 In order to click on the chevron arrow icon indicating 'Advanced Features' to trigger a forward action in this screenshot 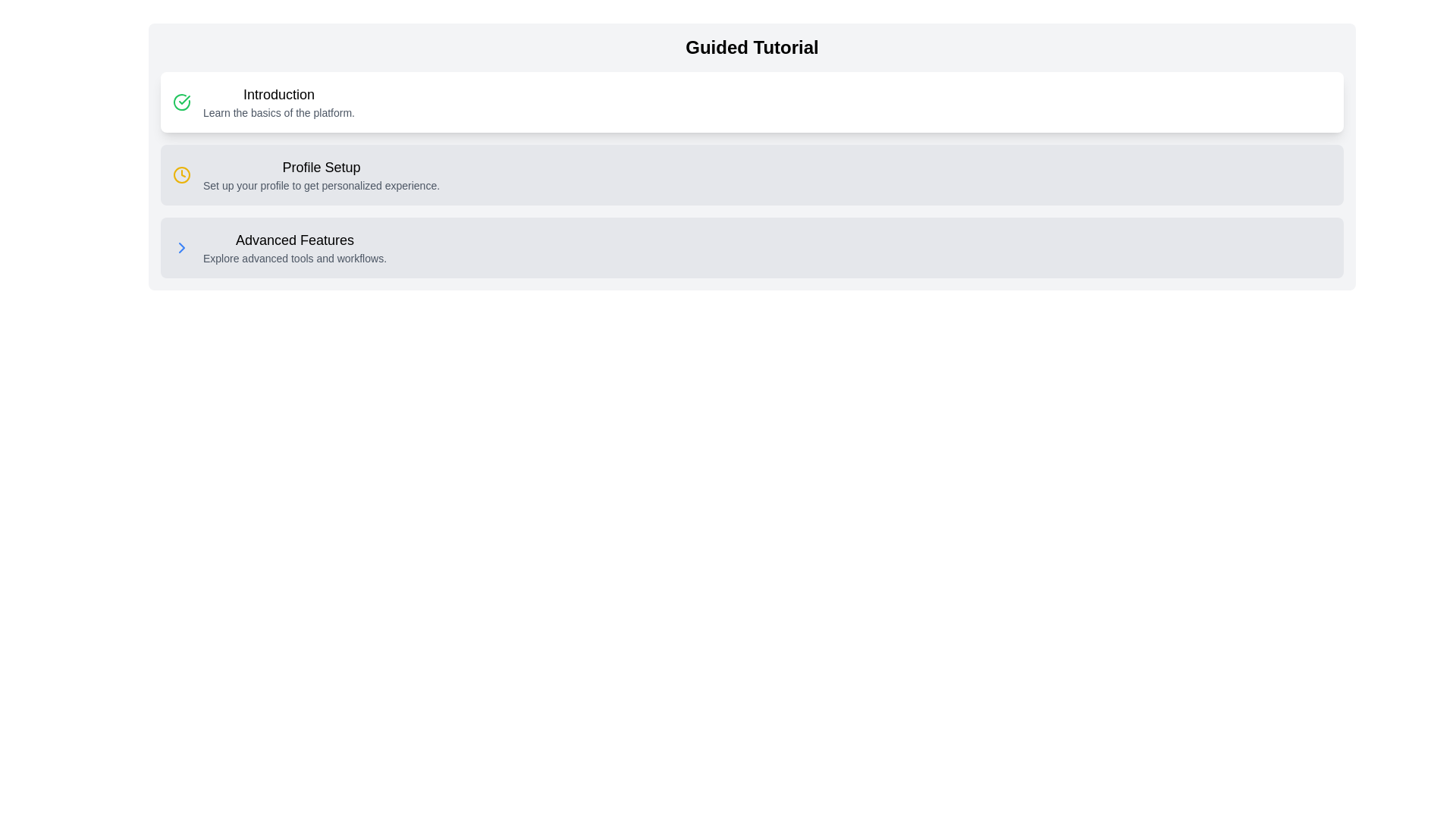, I will do `click(182, 247)`.